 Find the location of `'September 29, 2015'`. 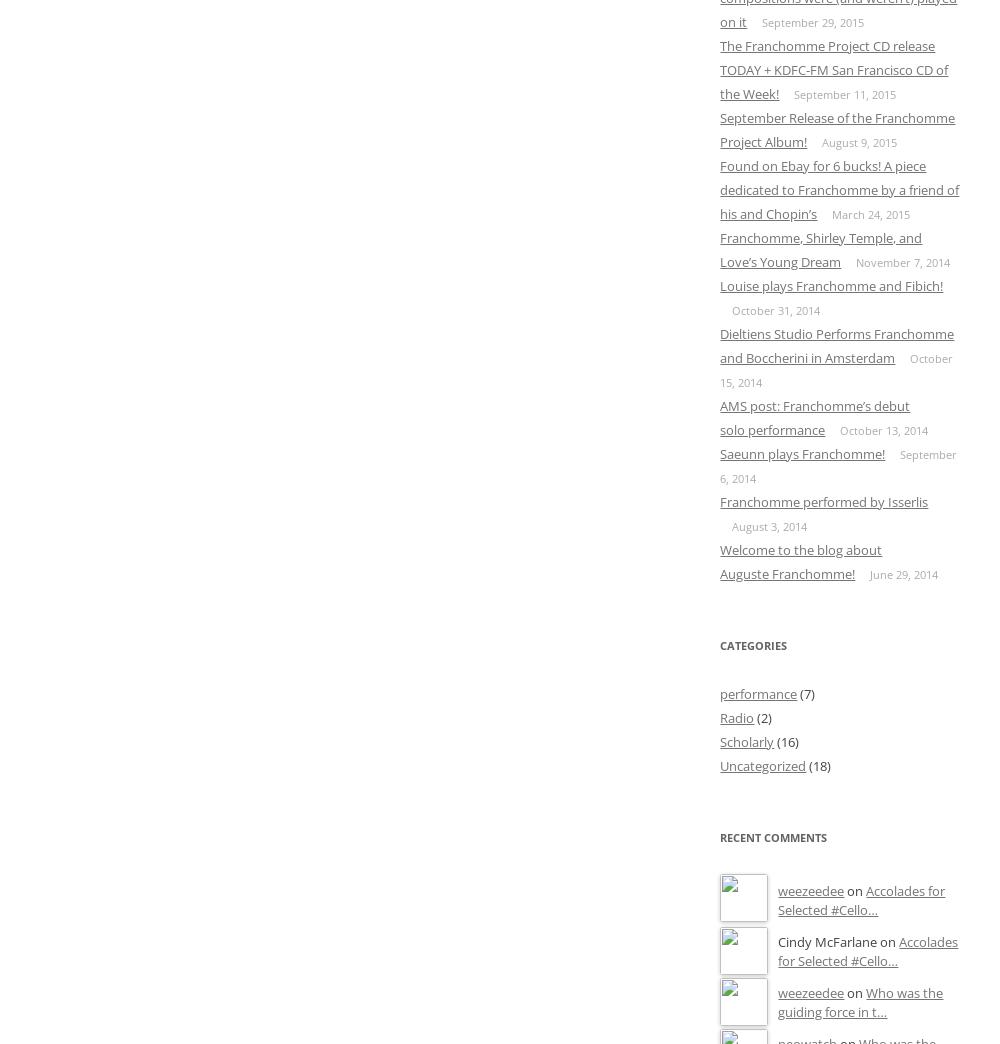

'September 29, 2015' is located at coordinates (812, 20).